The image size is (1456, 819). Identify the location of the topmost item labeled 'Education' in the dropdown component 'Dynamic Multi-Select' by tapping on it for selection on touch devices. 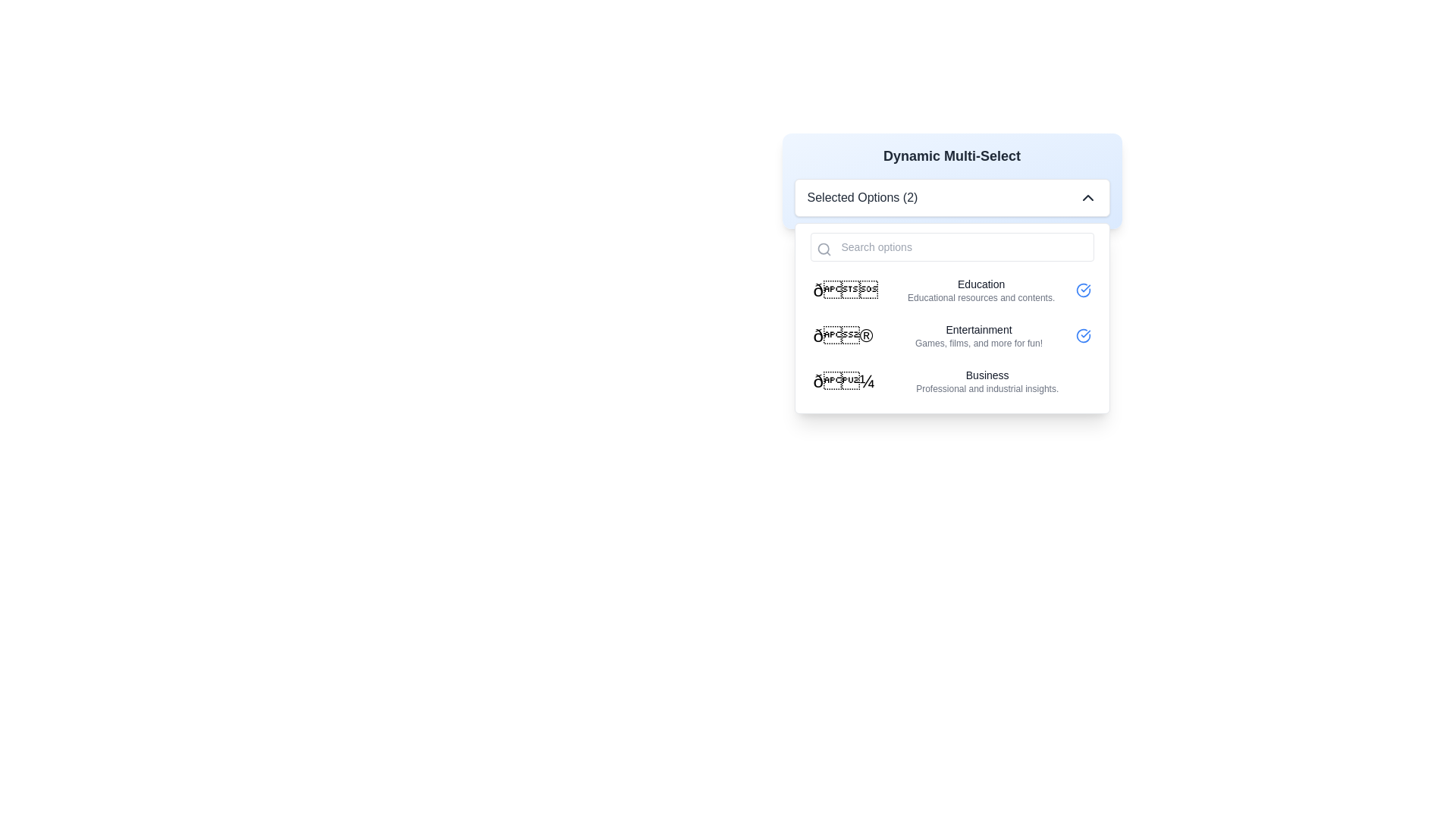
(951, 290).